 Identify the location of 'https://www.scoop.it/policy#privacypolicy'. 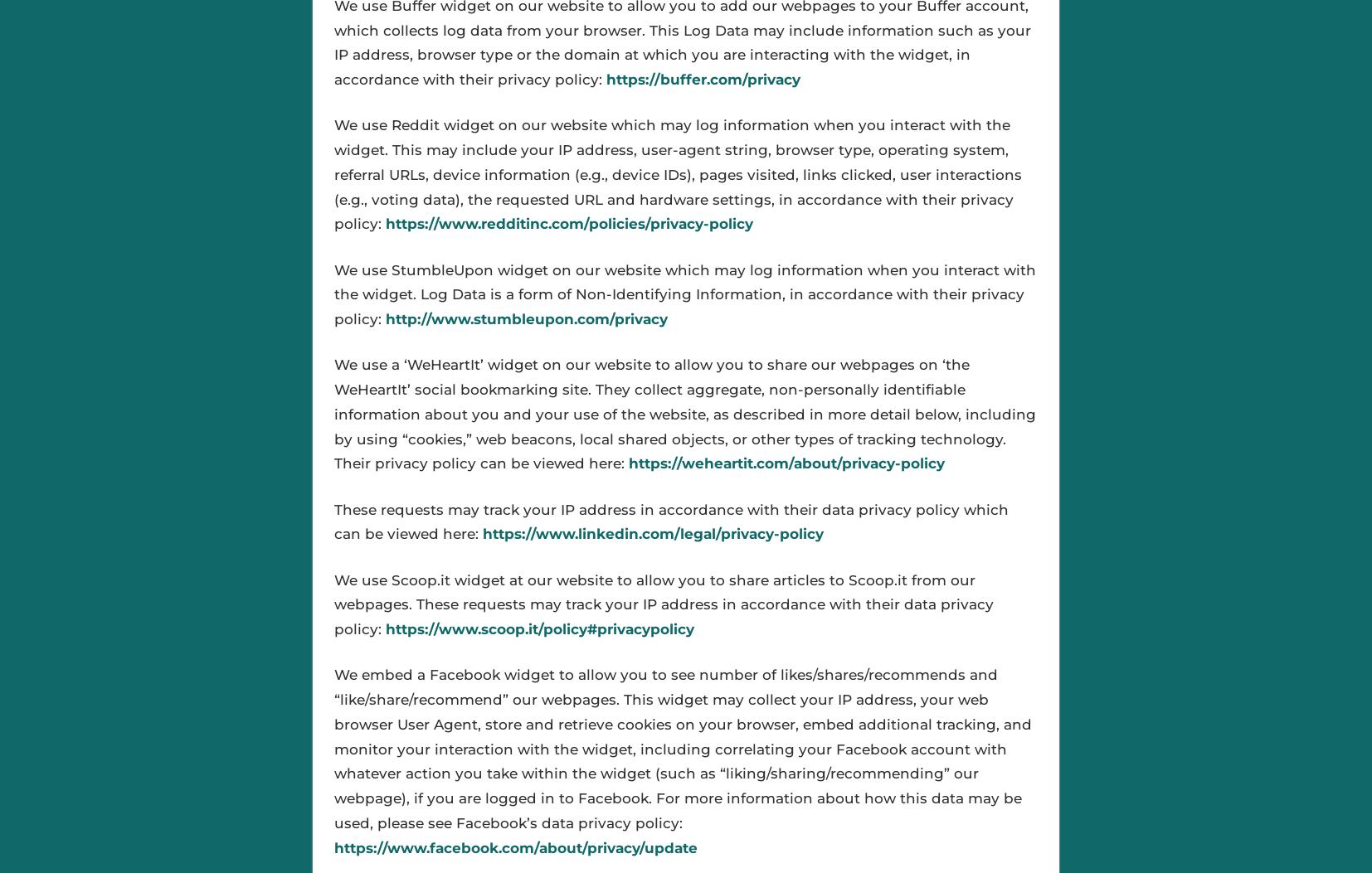
(539, 628).